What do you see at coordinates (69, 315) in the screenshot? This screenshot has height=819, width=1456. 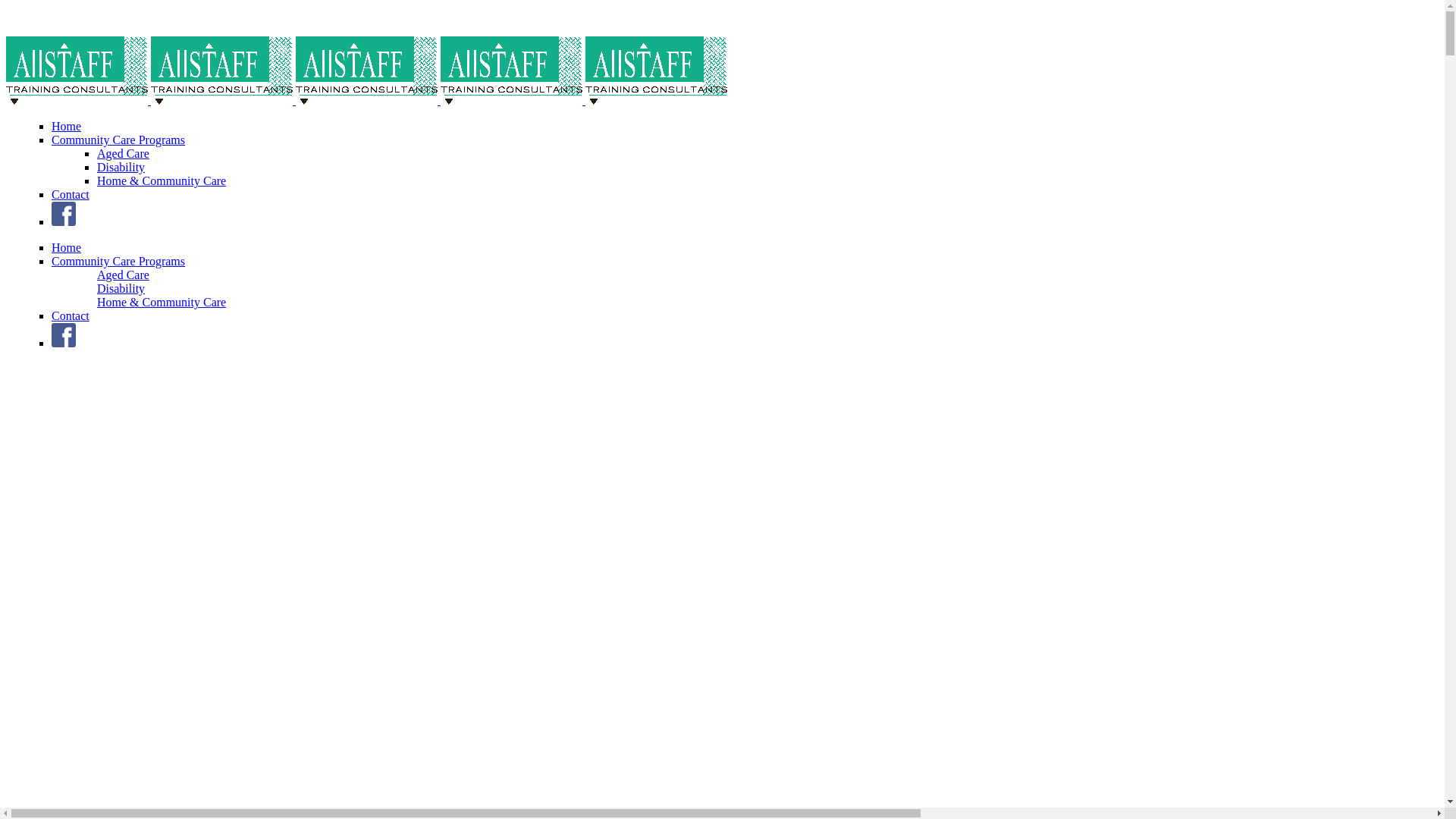 I see `'Contact'` at bounding box center [69, 315].